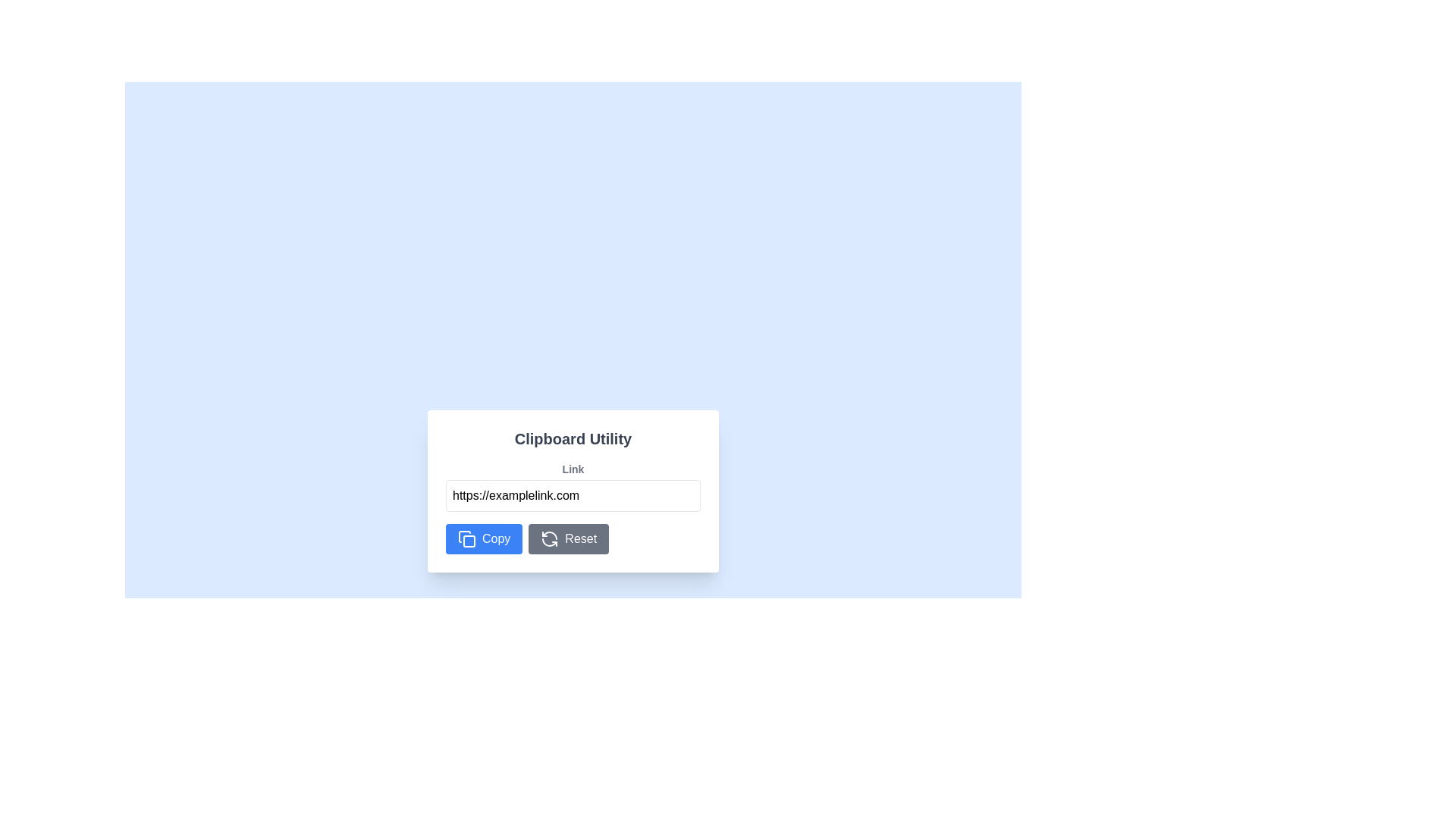 The width and height of the screenshot is (1456, 819). What do you see at coordinates (549, 538) in the screenshot?
I see `the refresh icon located within the 'Reset' button, positioned to the left of the button's text label` at bounding box center [549, 538].